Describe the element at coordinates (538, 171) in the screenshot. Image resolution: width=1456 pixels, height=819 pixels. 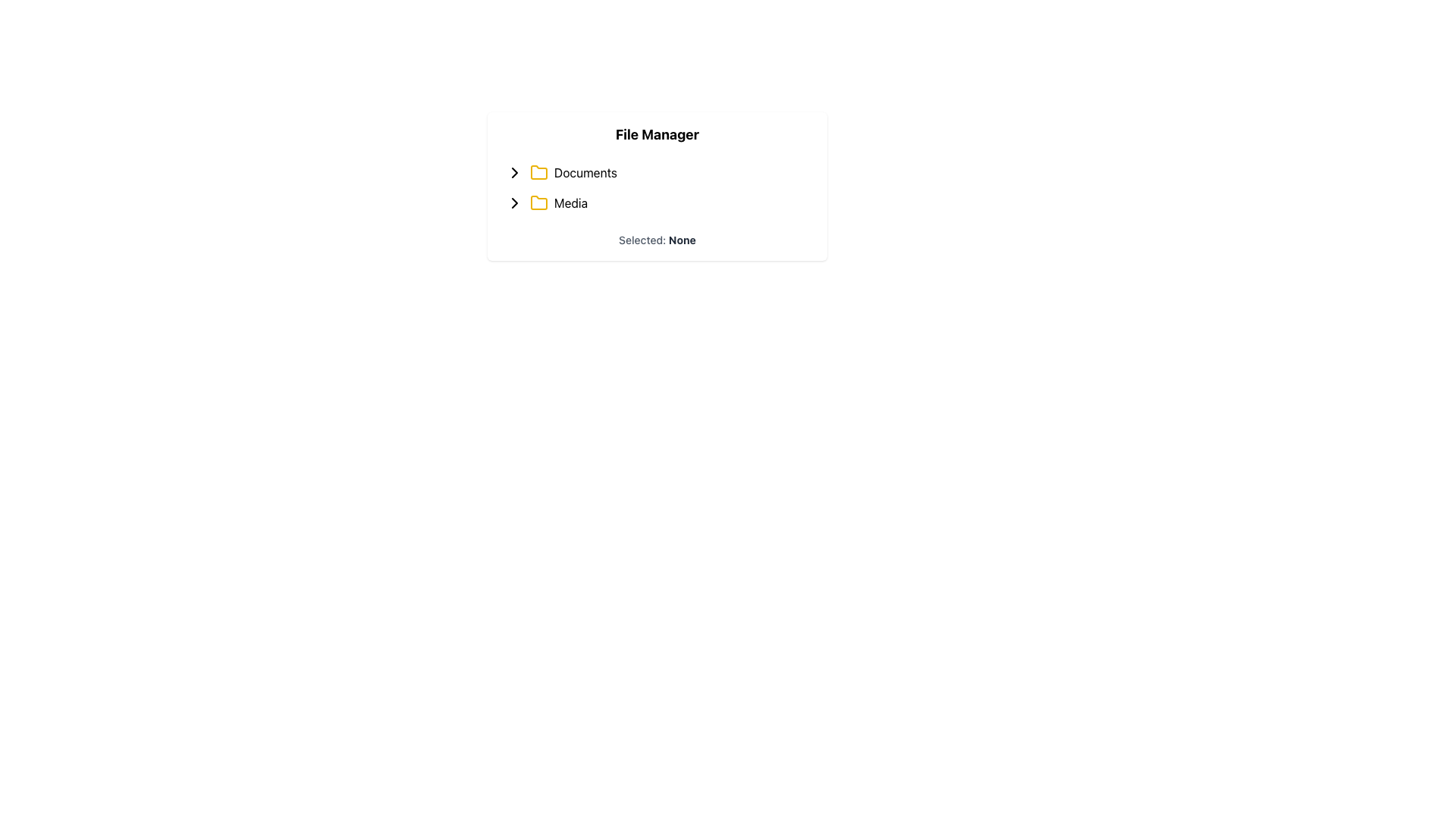
I see `the folder icon located under the 'File Manager' section, which is the second icon listed after the 'Documents' folder icon` at that location.